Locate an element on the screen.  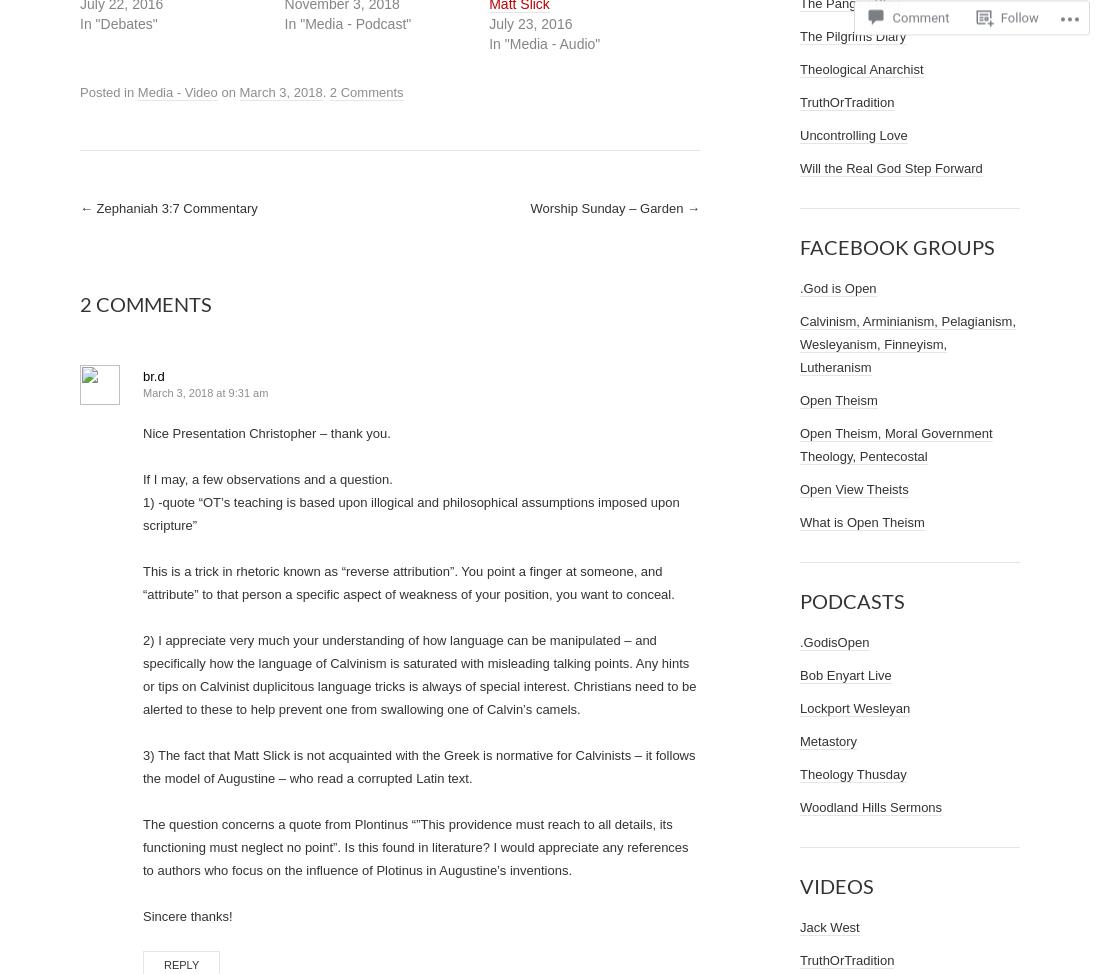
'March 3, 2018 at 9:31 am' is located at coordinates (204, 392).